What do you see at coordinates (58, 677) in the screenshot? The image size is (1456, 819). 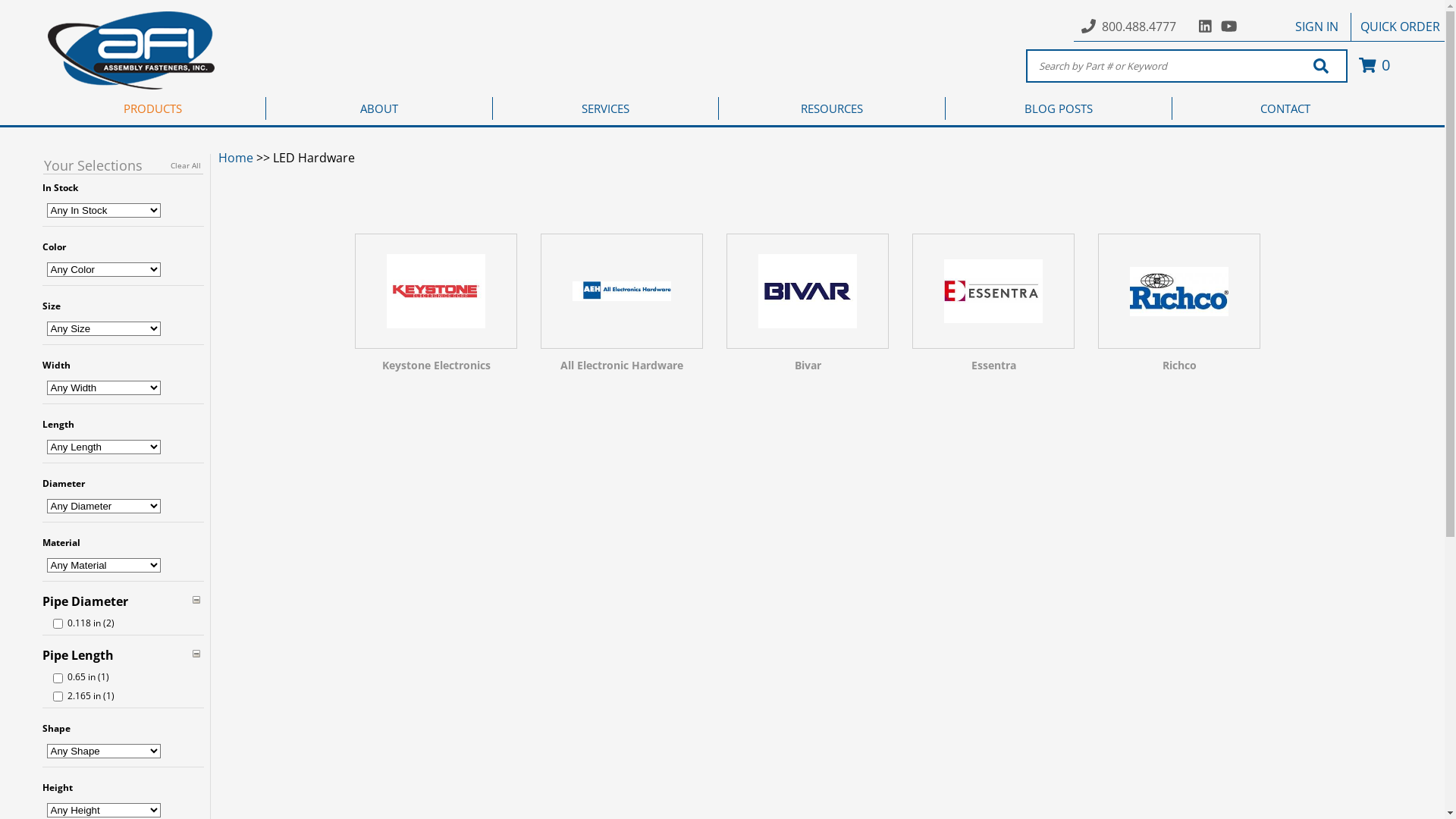 I see `'0@@2e65 in'` at bounding box center [58, 677].